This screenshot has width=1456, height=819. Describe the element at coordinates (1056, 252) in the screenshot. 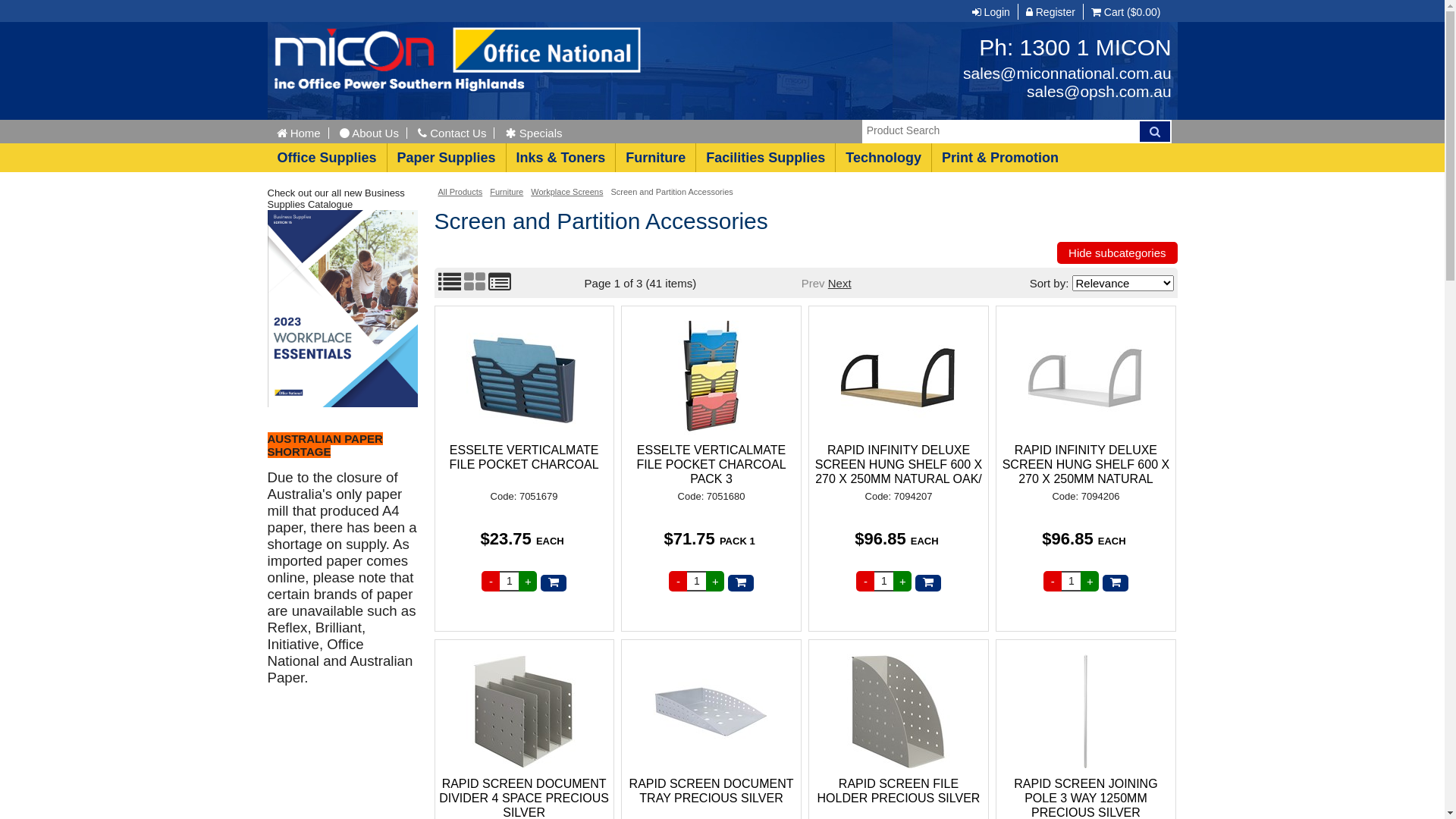

I see `'Hide subcategories'` at that location.